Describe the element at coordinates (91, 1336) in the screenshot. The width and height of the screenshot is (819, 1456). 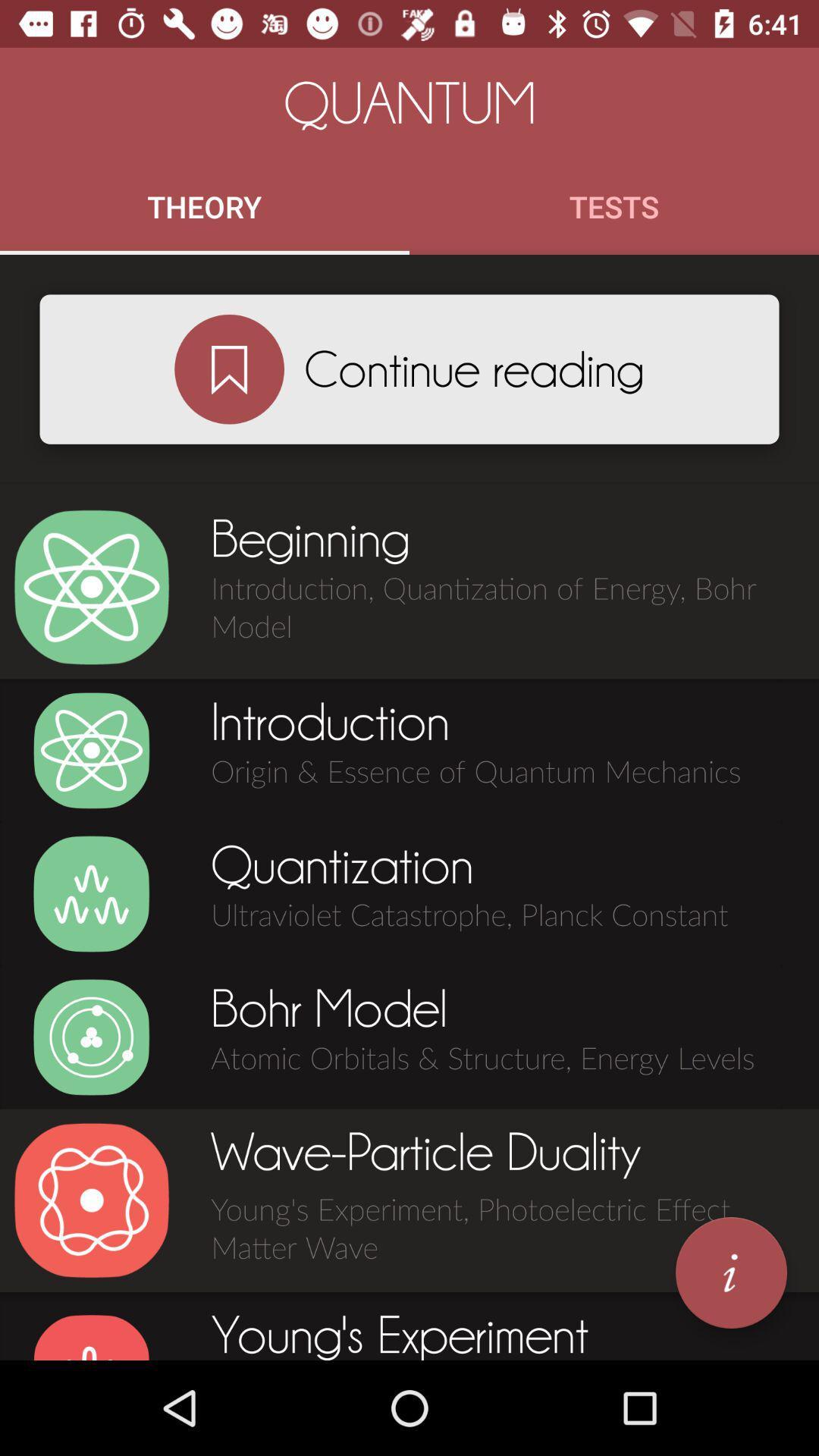
I see `the young 's experiment` at that location.